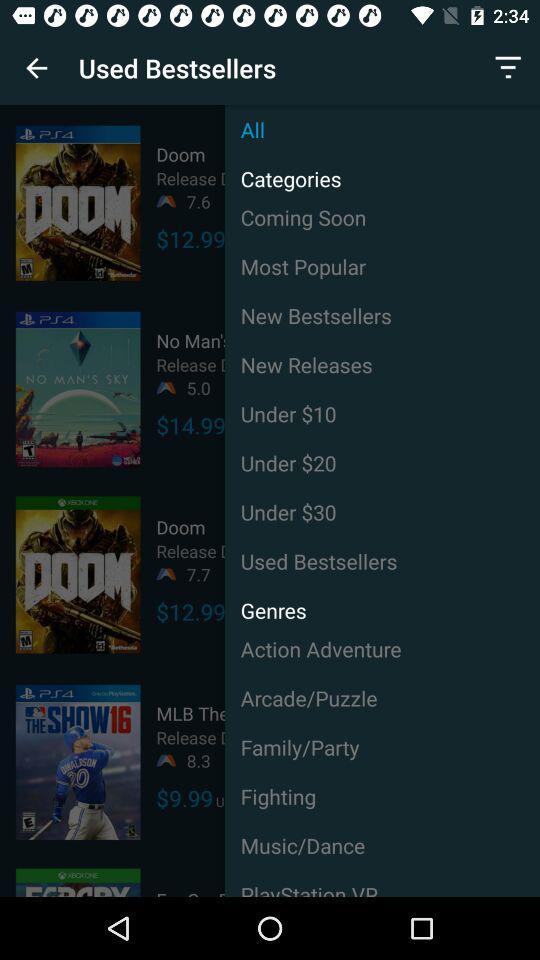  Describe the element at coordinates (382, 648) in the screenshot. I see `item above arcade/puzzle item` at that location.